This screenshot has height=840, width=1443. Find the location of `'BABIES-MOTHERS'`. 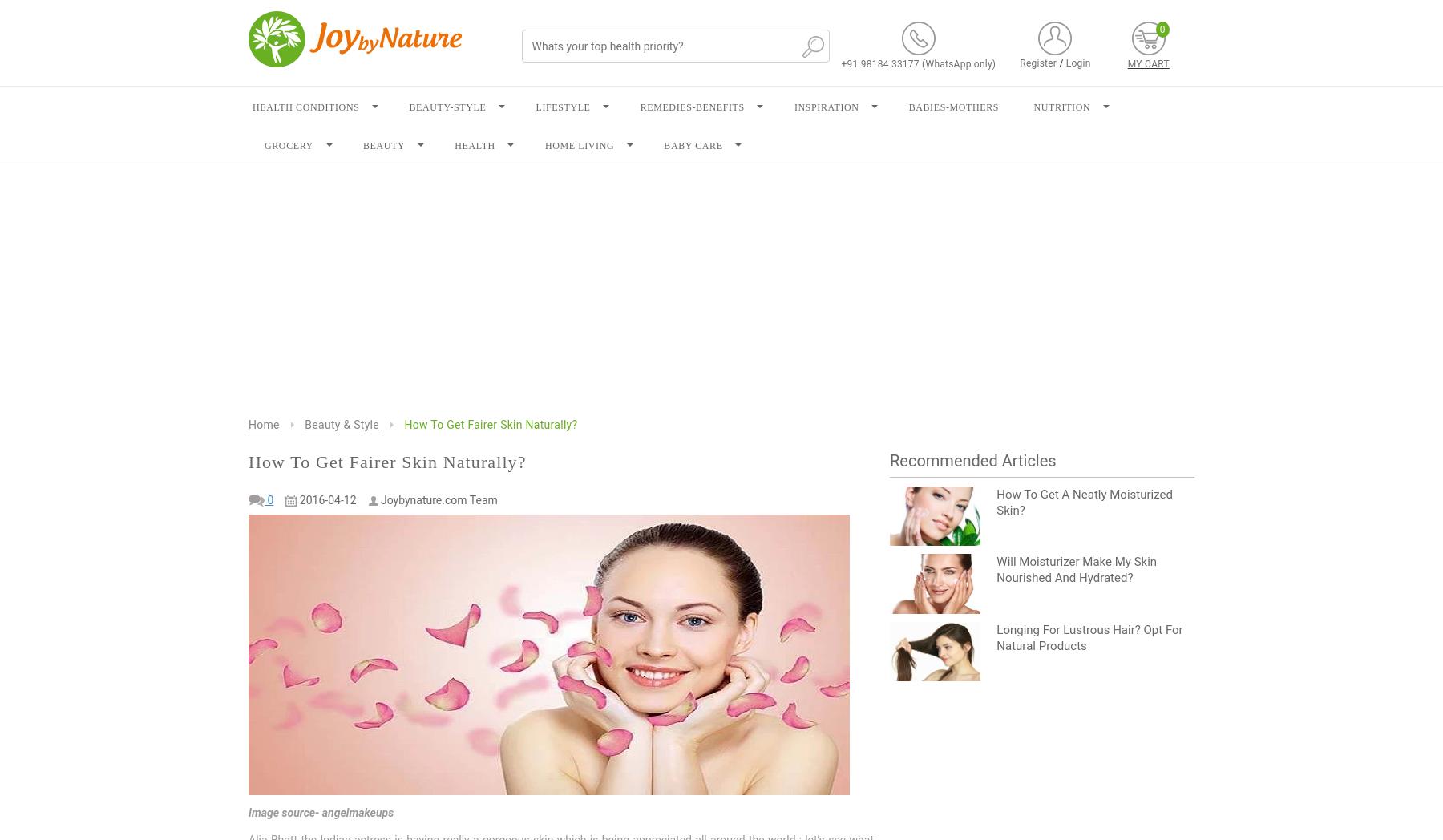

'BABIES-MOTHERS' is located at coordinates (952, 107).